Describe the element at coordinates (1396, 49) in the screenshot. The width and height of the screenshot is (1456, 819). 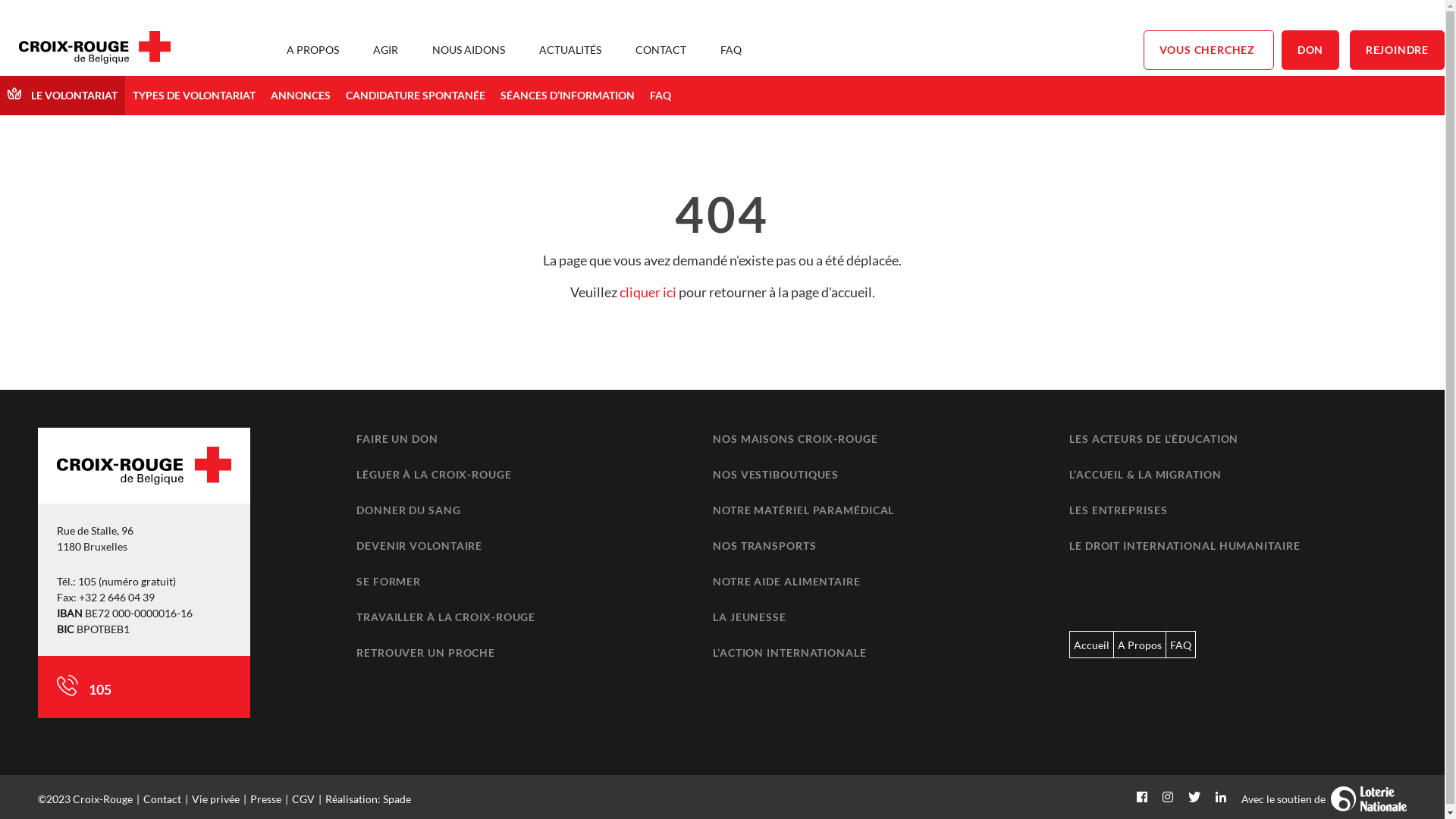
I see `'REJOINDRE'` at that location.